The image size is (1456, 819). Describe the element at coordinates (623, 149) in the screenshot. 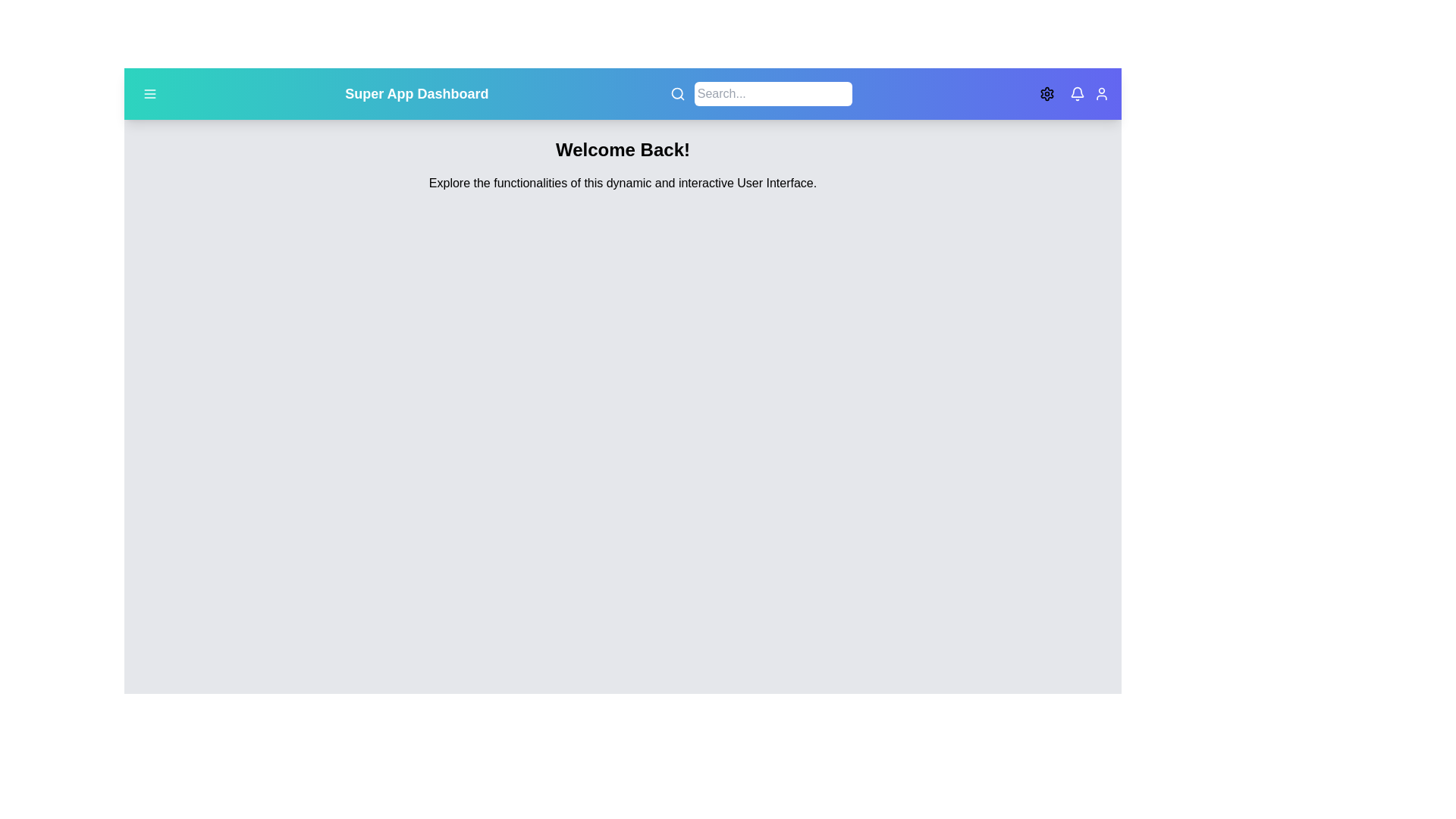

I see `the text 'Welcome Back!' to select it` at that location.